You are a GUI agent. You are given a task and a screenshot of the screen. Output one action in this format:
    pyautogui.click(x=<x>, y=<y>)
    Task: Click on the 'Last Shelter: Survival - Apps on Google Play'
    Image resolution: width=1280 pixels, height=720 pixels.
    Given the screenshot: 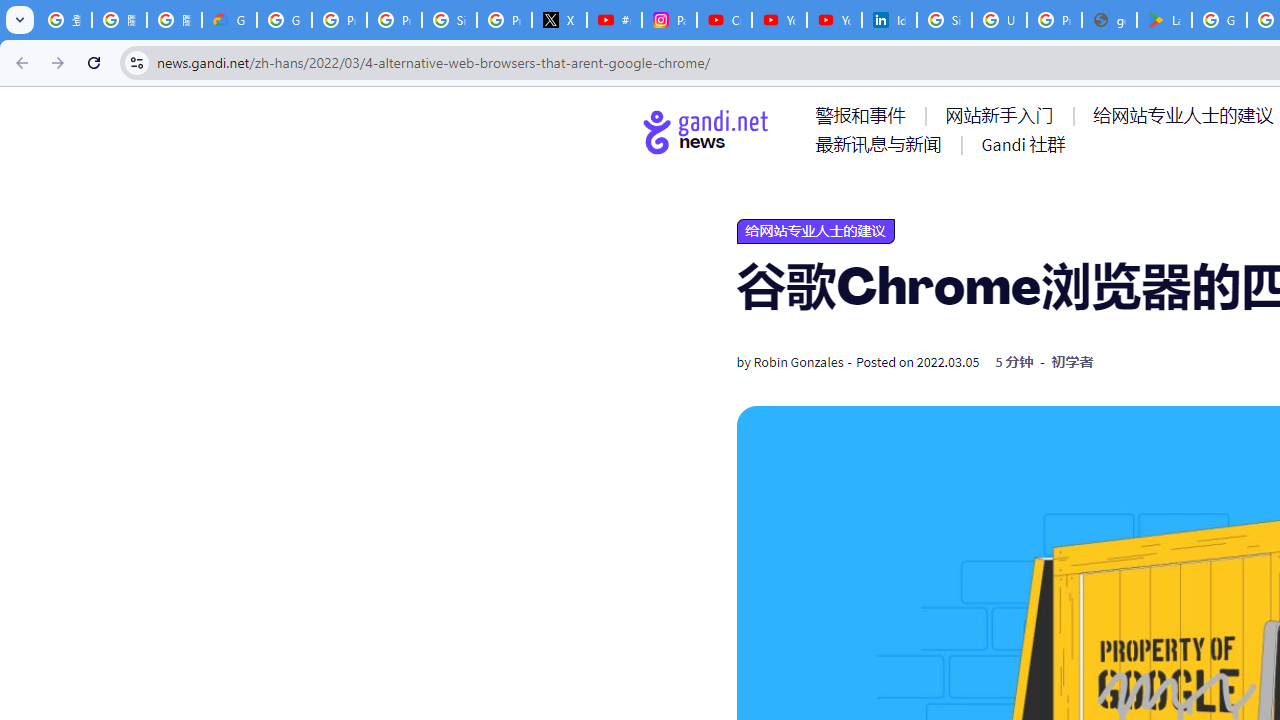 What is the action you would take?
    pyautogui.click(x=1164, y=20)
    